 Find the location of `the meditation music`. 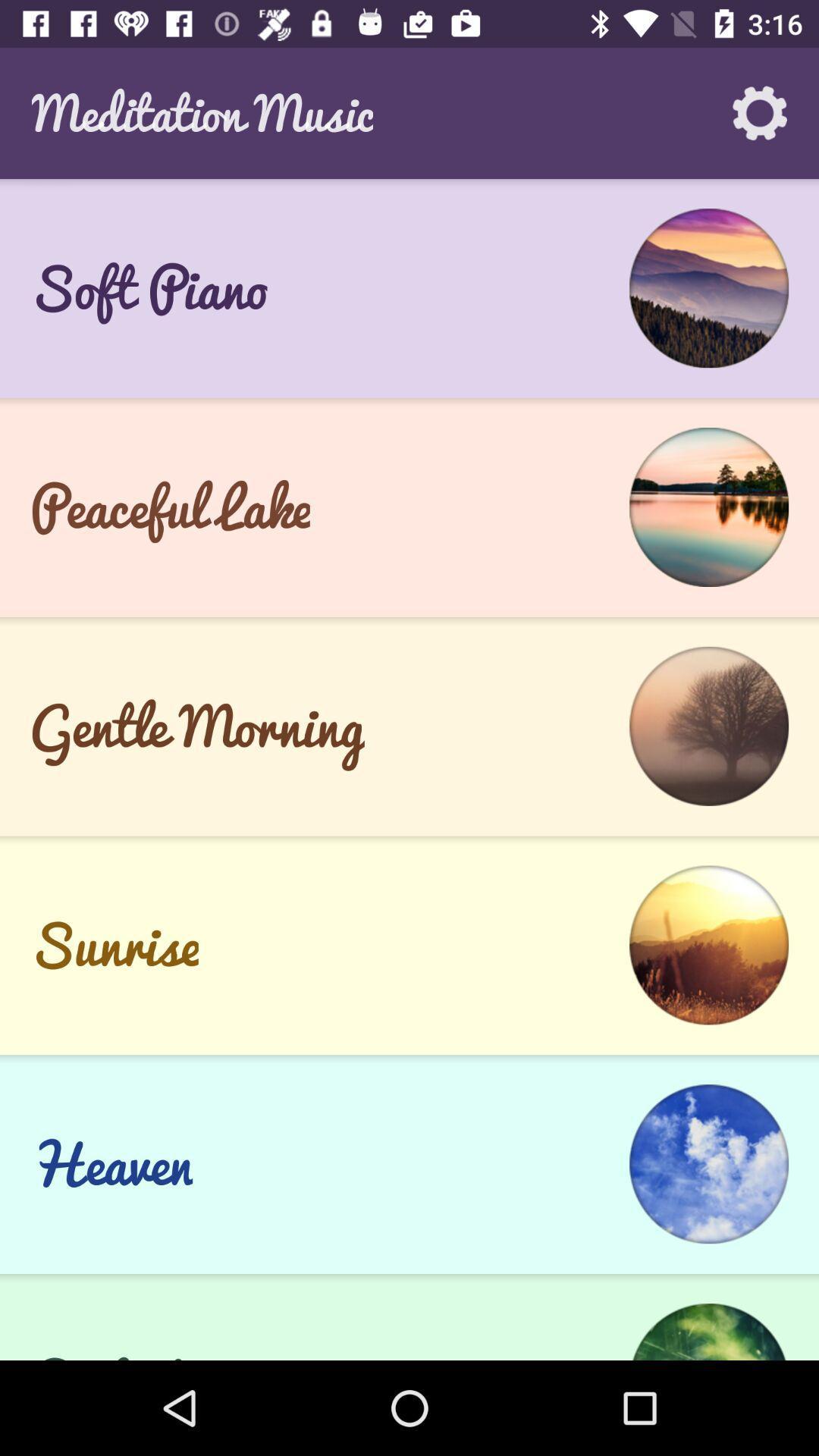

the meditation music is located at coordinates (201, 112).